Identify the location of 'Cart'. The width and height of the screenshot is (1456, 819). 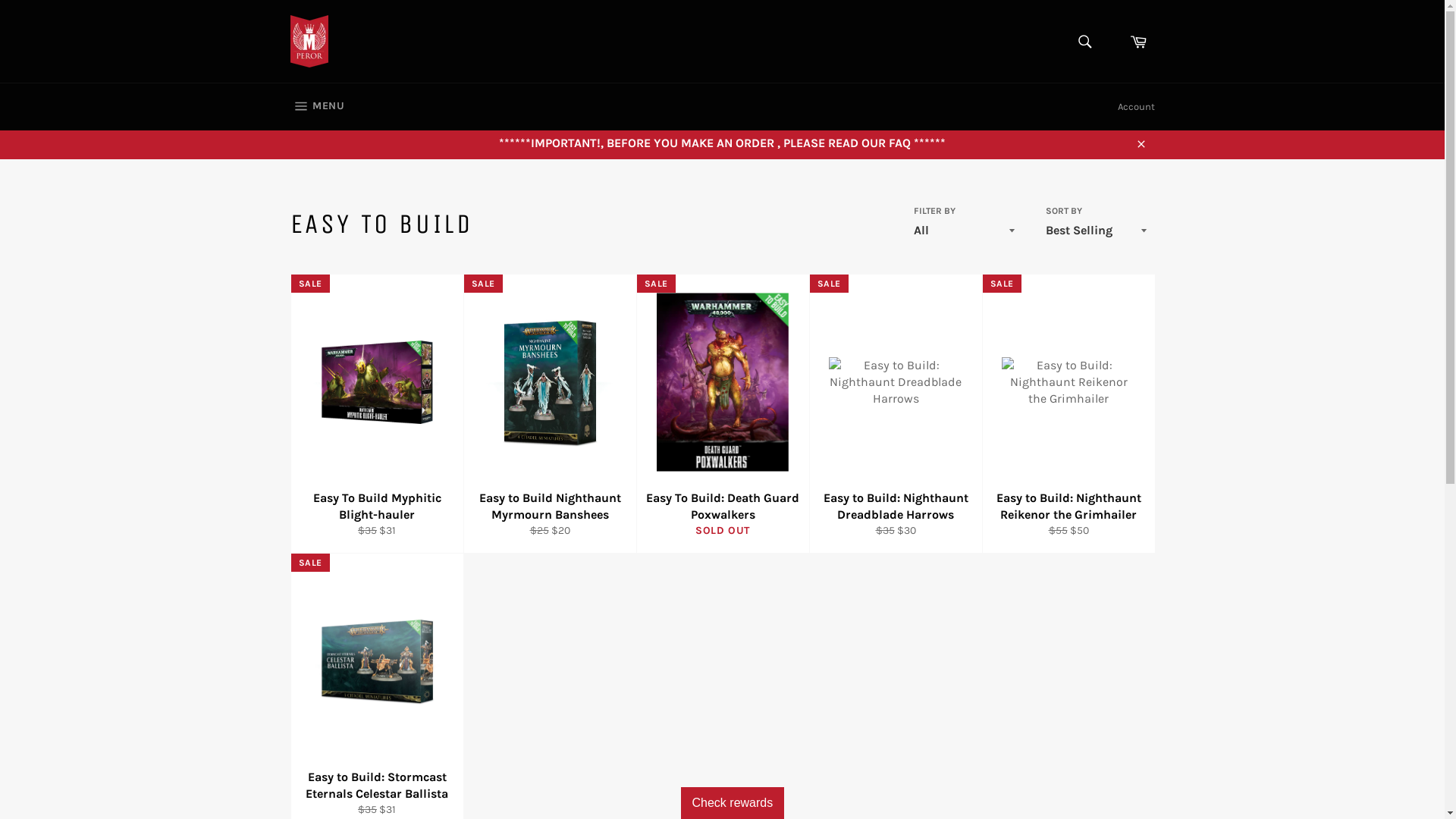
(1138, 40).